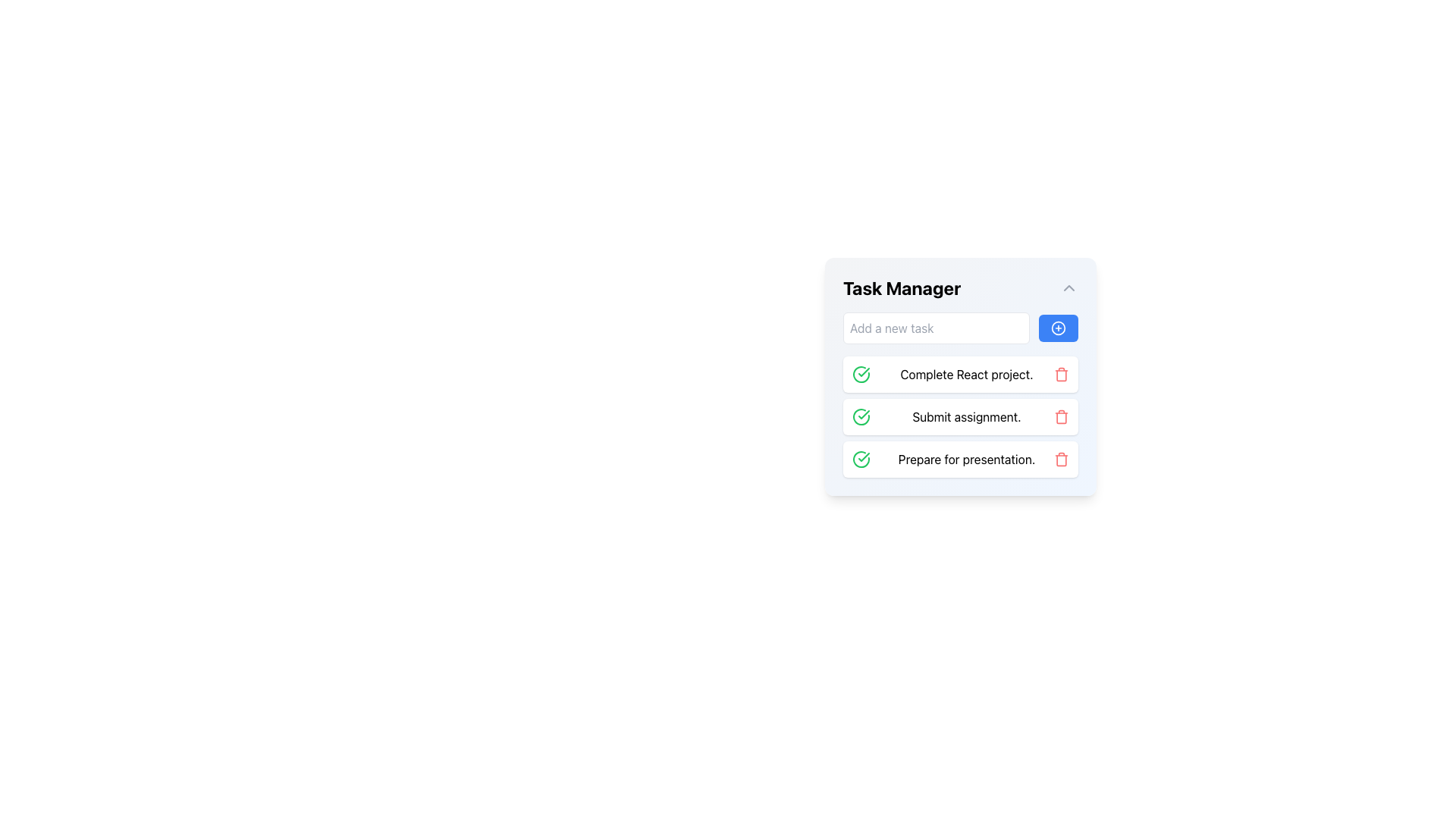 This screenshot has width=1456, height=819. What do you see at coordinates (861, 458) in the screenshot?
I see `the green circular icon with a checkmark representing a completed task, located to the immediate left of the task description 'Prepare for presentation.'` at bounding box center [861, 458].